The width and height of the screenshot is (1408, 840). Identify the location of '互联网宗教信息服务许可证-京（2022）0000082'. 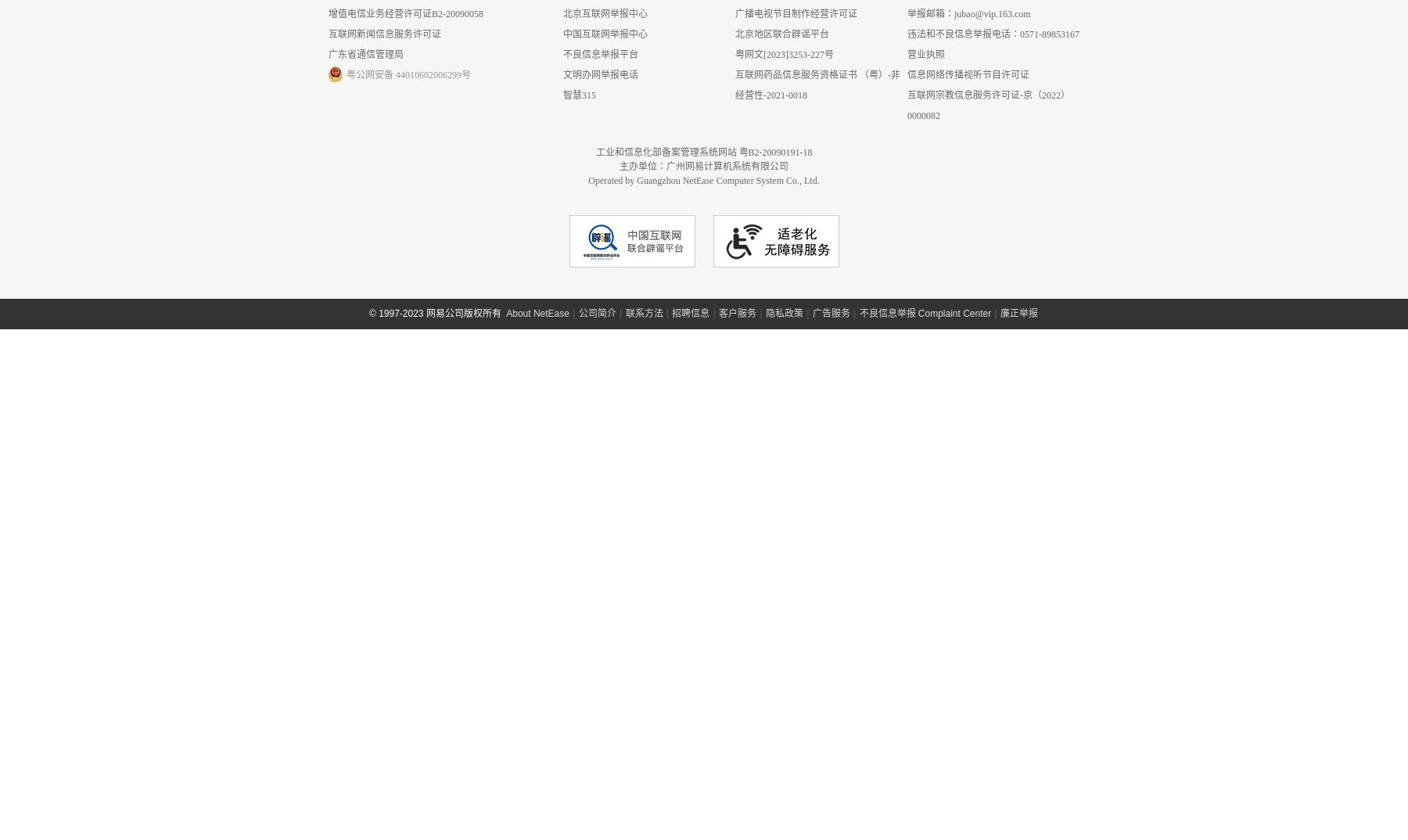
(970, 634).